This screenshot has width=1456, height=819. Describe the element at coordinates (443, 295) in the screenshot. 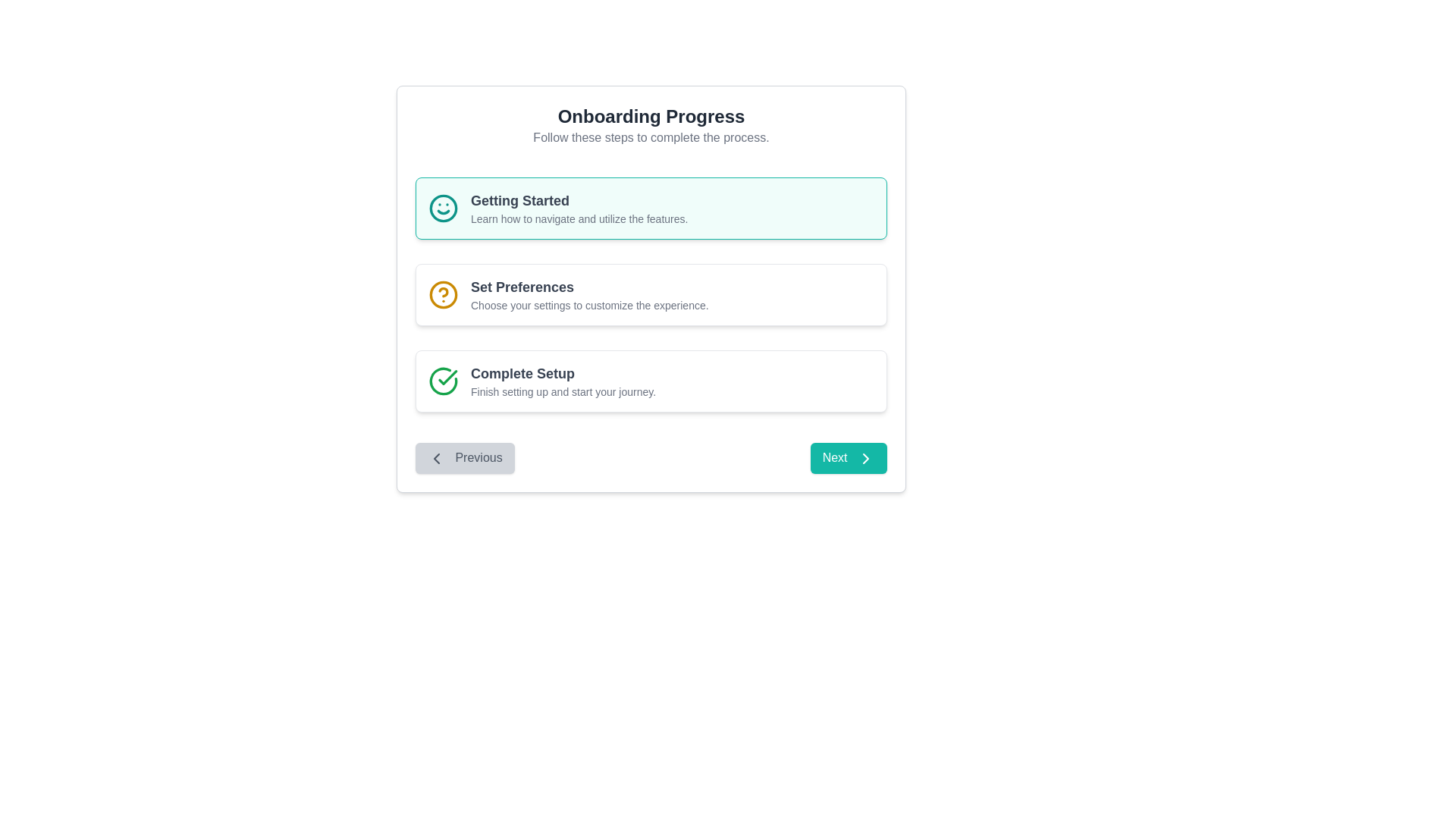

I see `the yellow circular outline surrounding the '?' symbol of the 'Set Preferences' step in the onboarding process` at that location.